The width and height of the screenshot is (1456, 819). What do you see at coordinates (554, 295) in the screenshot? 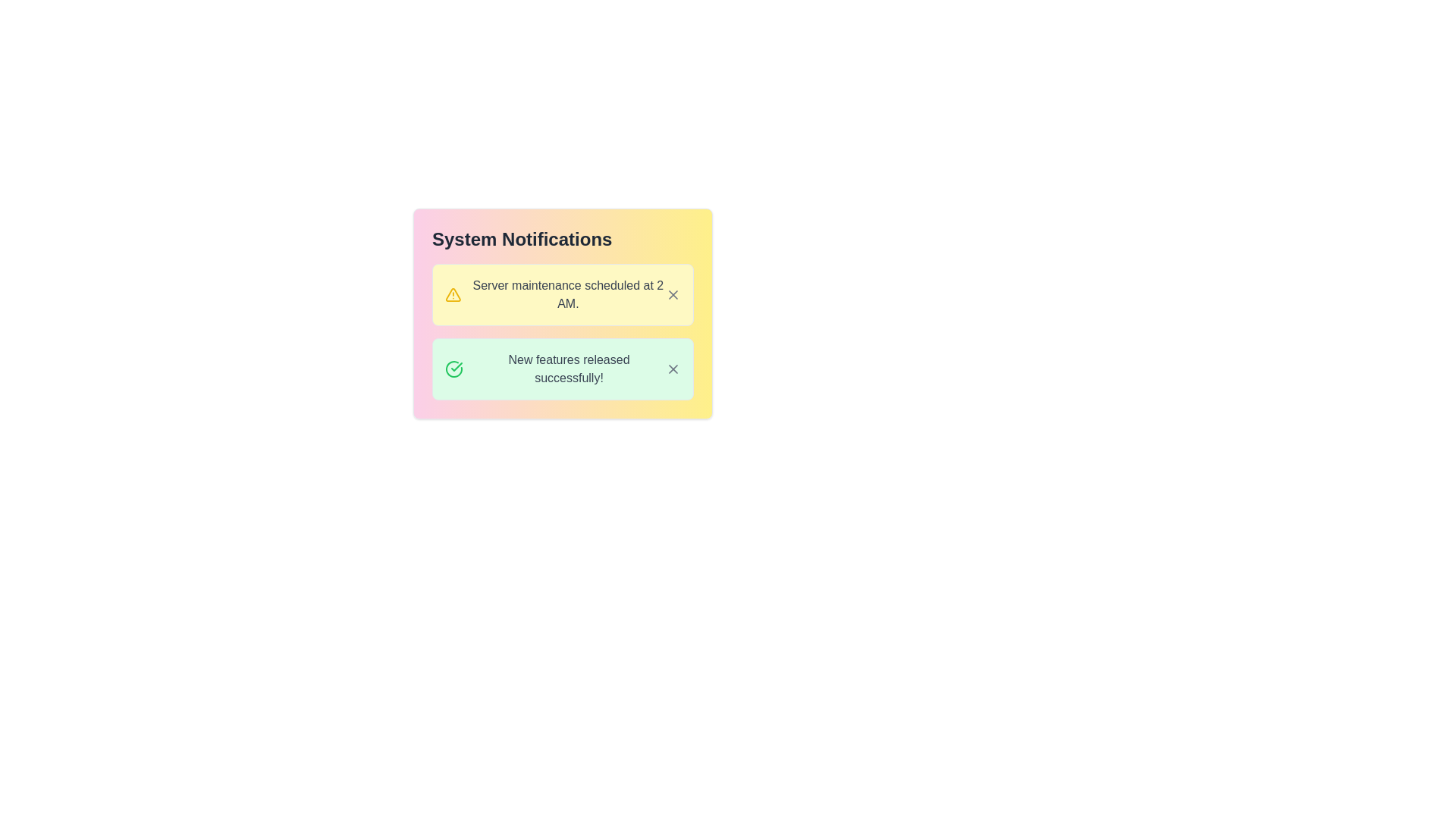
I see `the non-interactive text display that informs users about the scheduled server maintenance event at 2 AM, which is located in the second row of the yellow notification box` at bounding box center [554, 295].